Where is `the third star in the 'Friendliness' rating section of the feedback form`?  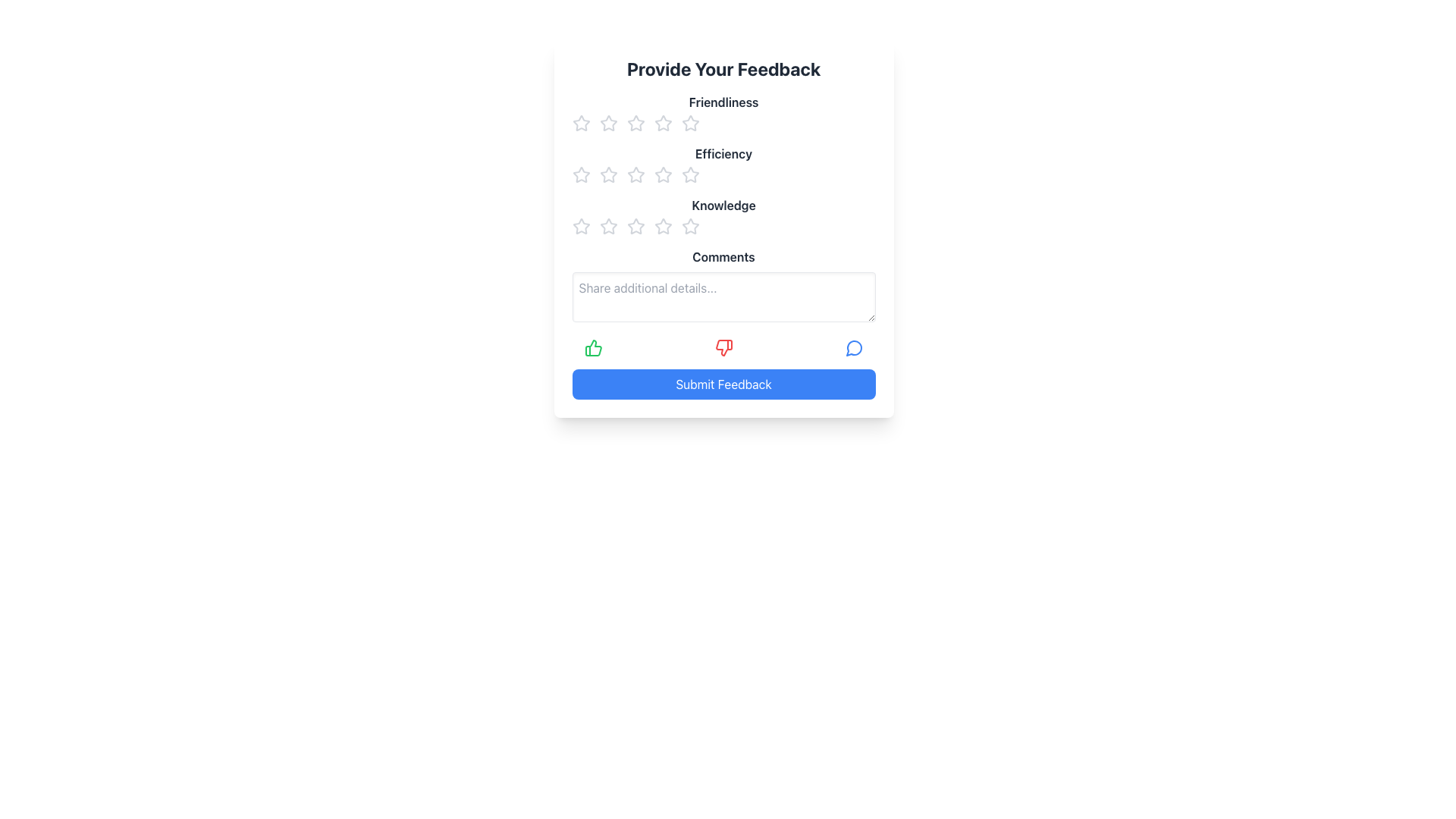
the third star in the 'Friendliness' rating section of the feedback form is located at coordinates (635, 122).